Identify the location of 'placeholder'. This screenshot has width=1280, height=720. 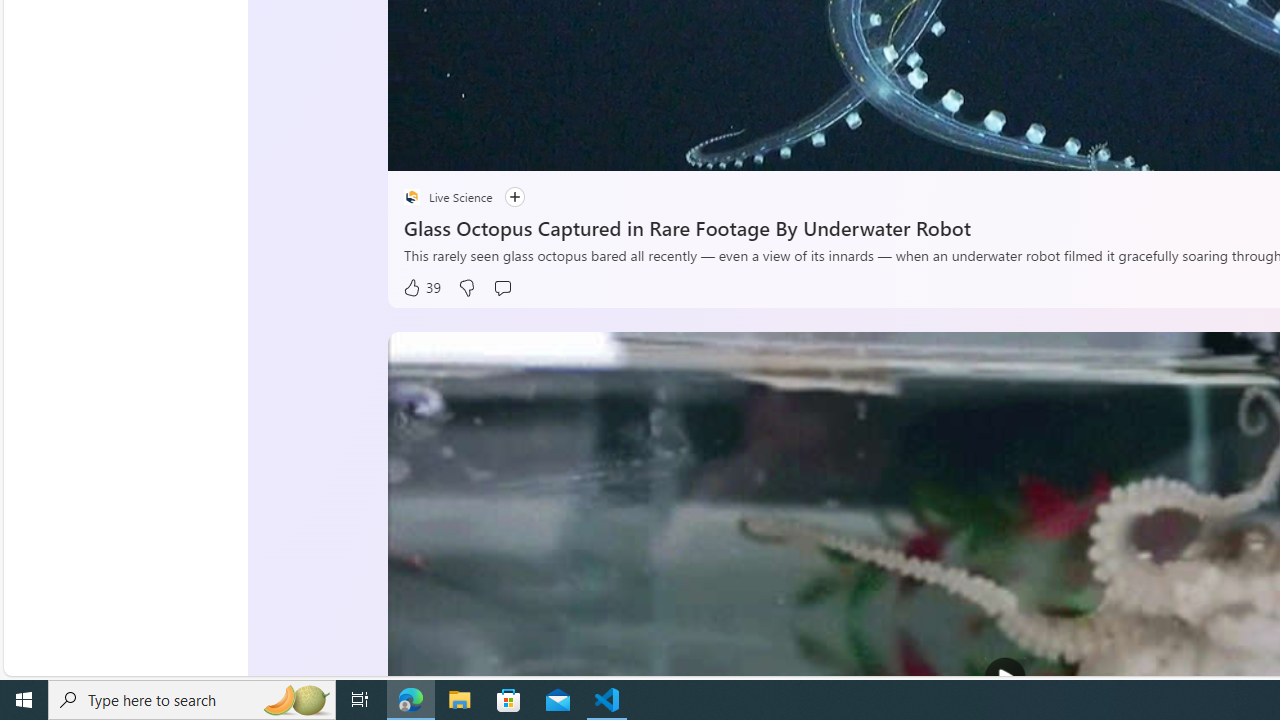
(411, 197).